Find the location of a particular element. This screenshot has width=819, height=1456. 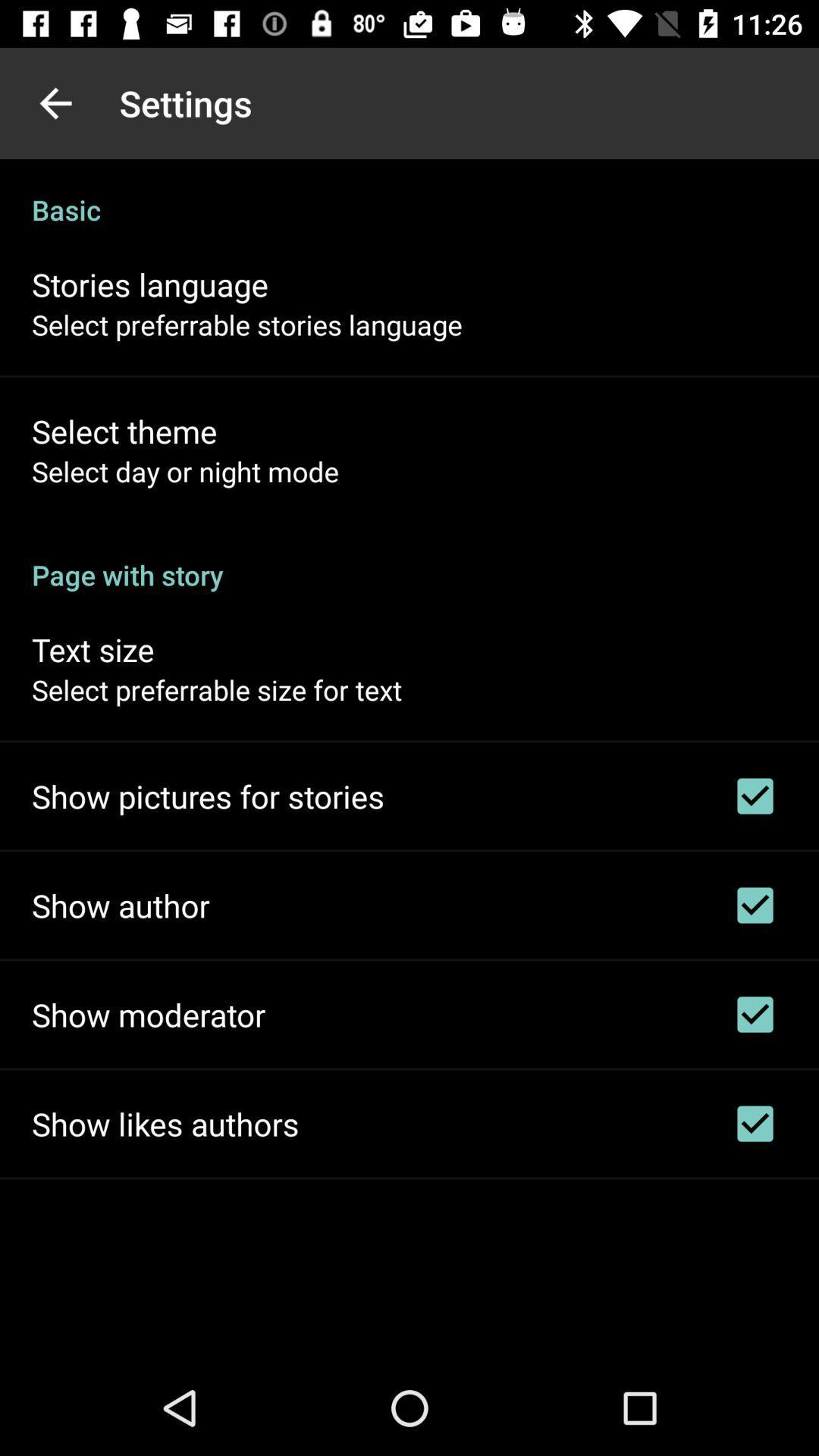

icon above the show likes authors item is located at coordinates (149, 1015).